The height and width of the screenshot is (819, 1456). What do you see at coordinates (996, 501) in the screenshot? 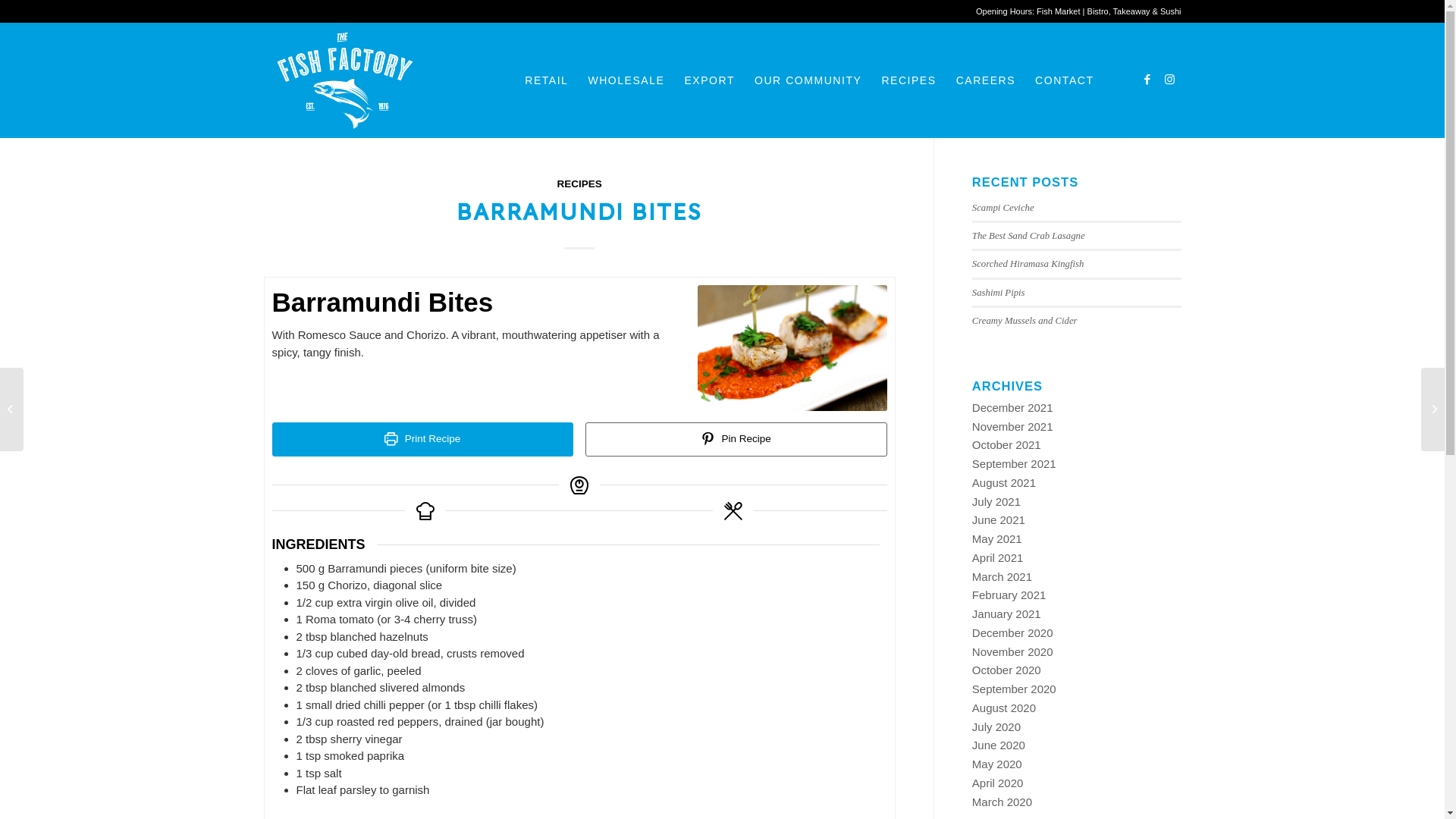
I see `'July 2021'` at bounding box center [996, 501].